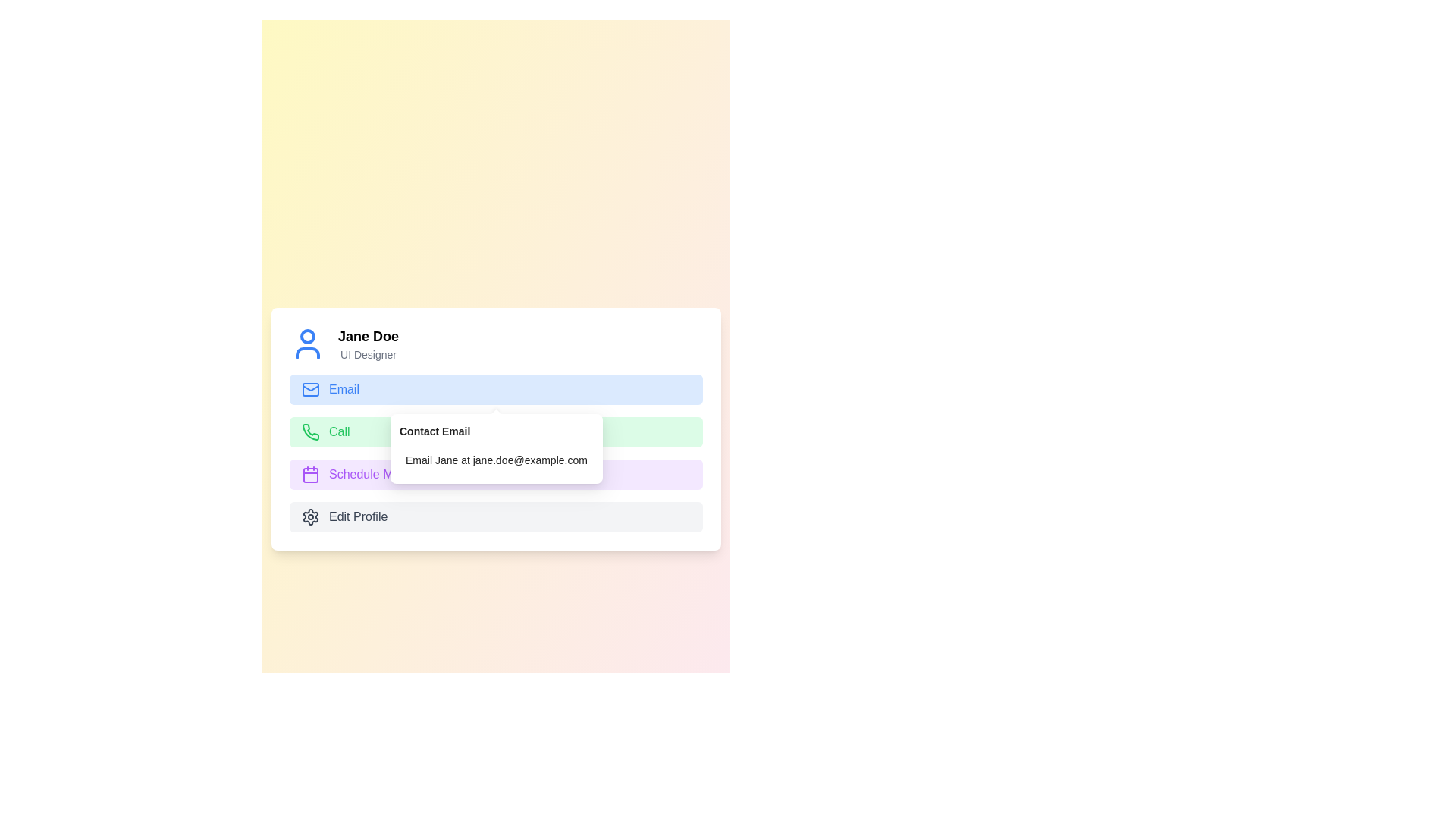 This screenshot has width=1456, height=819. Describe the element at coordinates (309, 432) in the screenshot. I see `the green phone icon that indicates a call function, located to the left of the word 'Call'` at that location.